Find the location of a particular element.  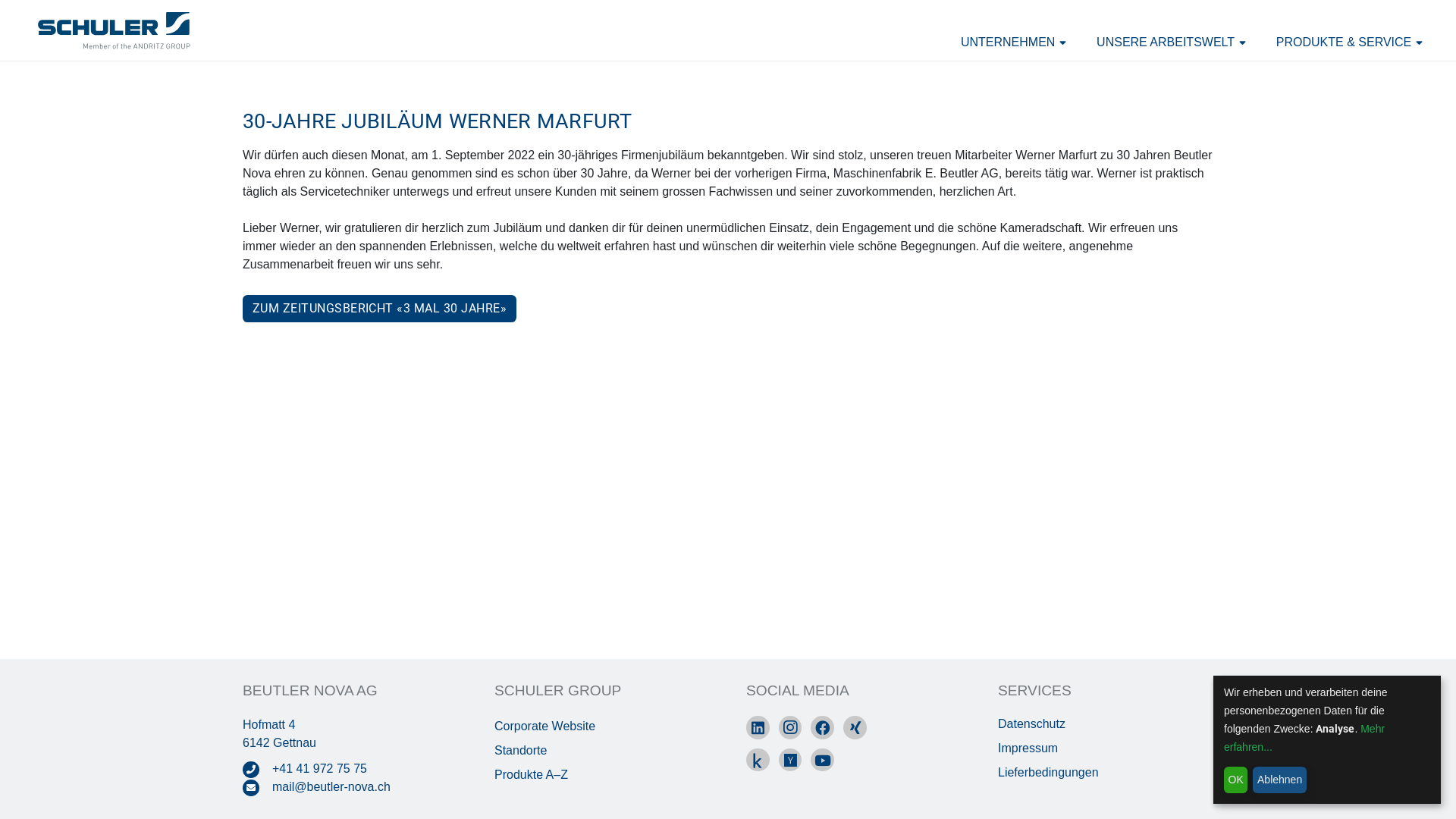

'UNSERE ARBEITSWELT' is located at coordinates (1080, 42).